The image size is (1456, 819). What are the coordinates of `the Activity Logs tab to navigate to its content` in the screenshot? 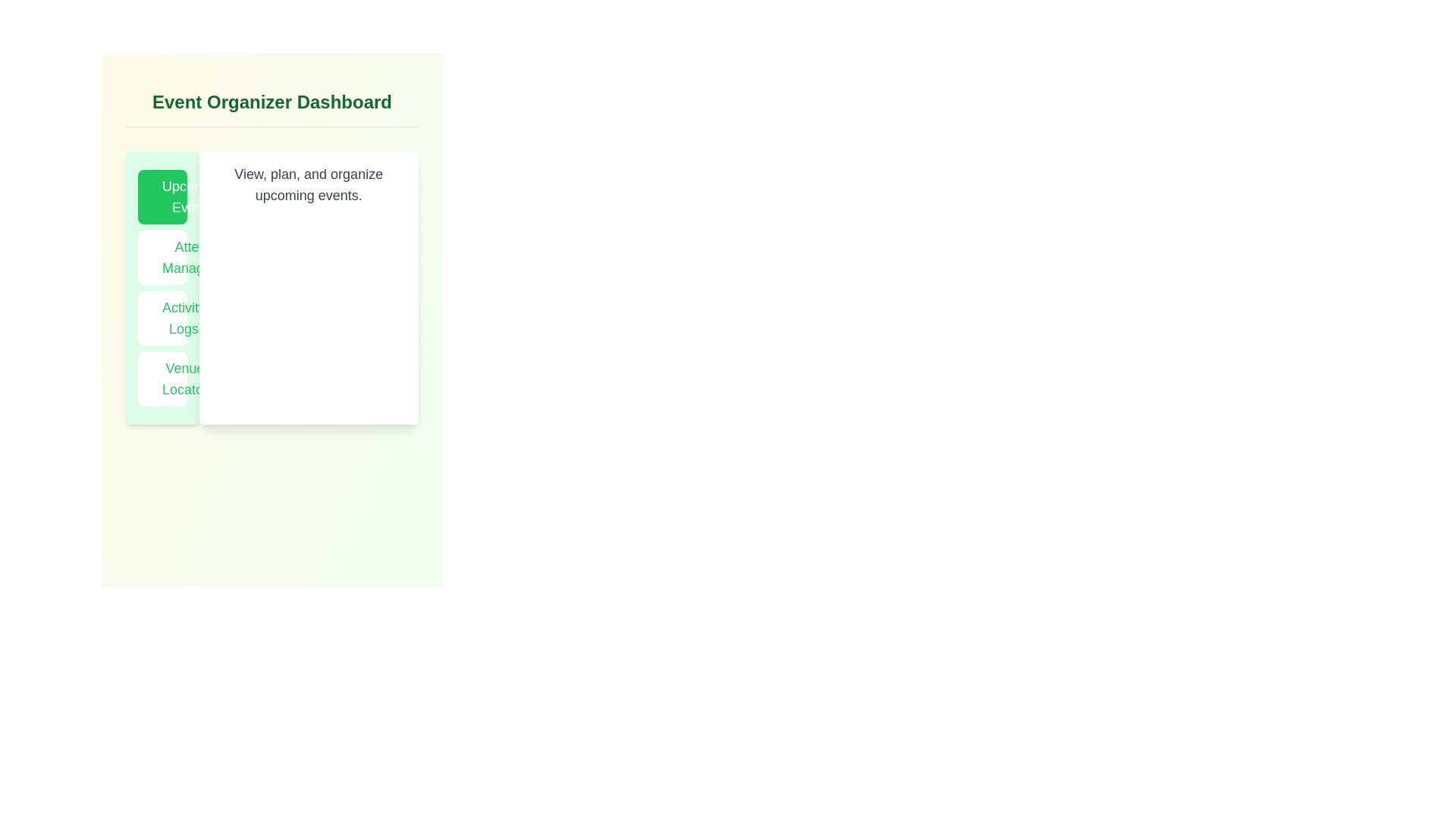 It's located at (162, 318).